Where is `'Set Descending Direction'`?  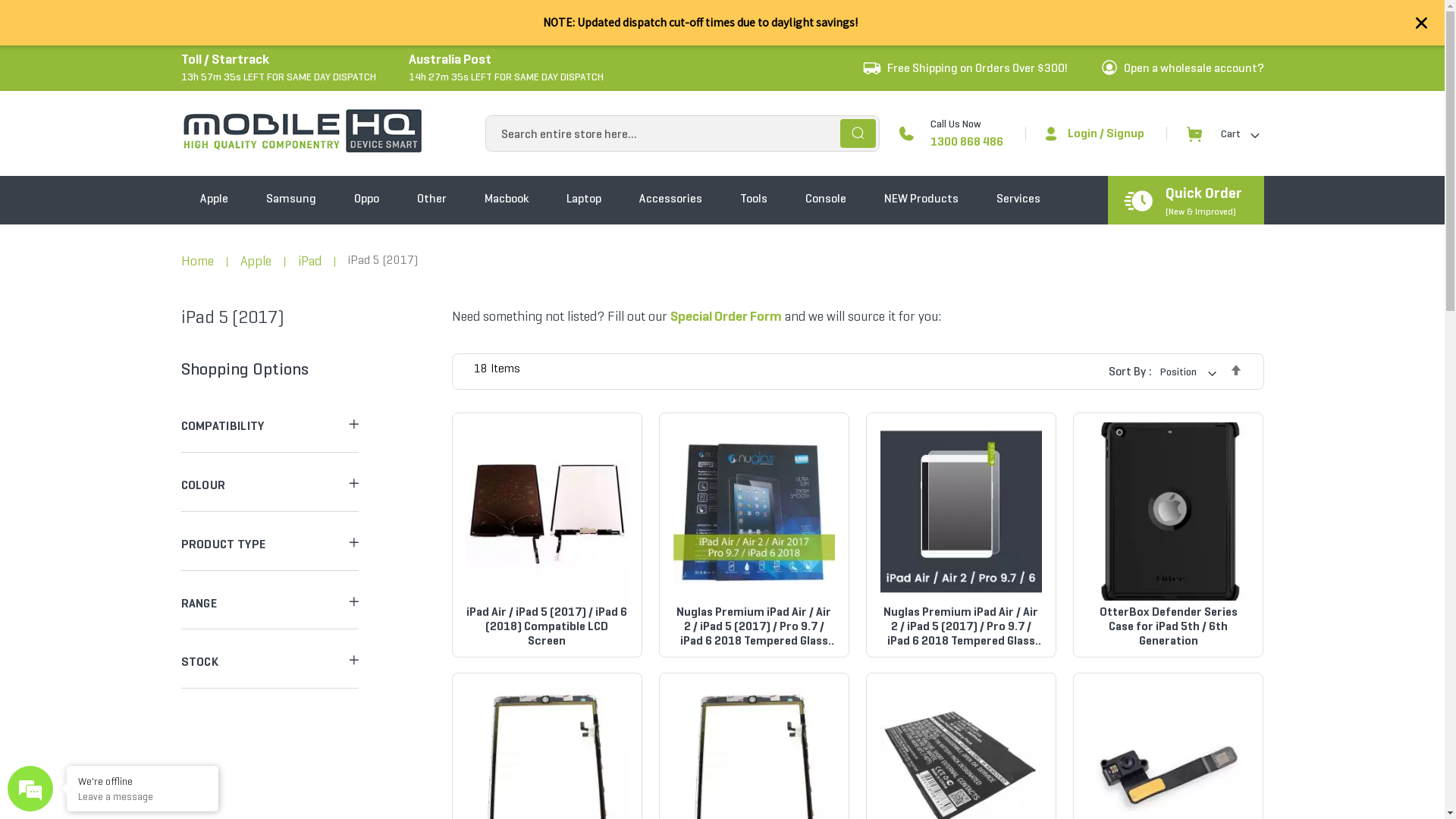
'Set Descending Direction' is located at coordinates (1236, 370).